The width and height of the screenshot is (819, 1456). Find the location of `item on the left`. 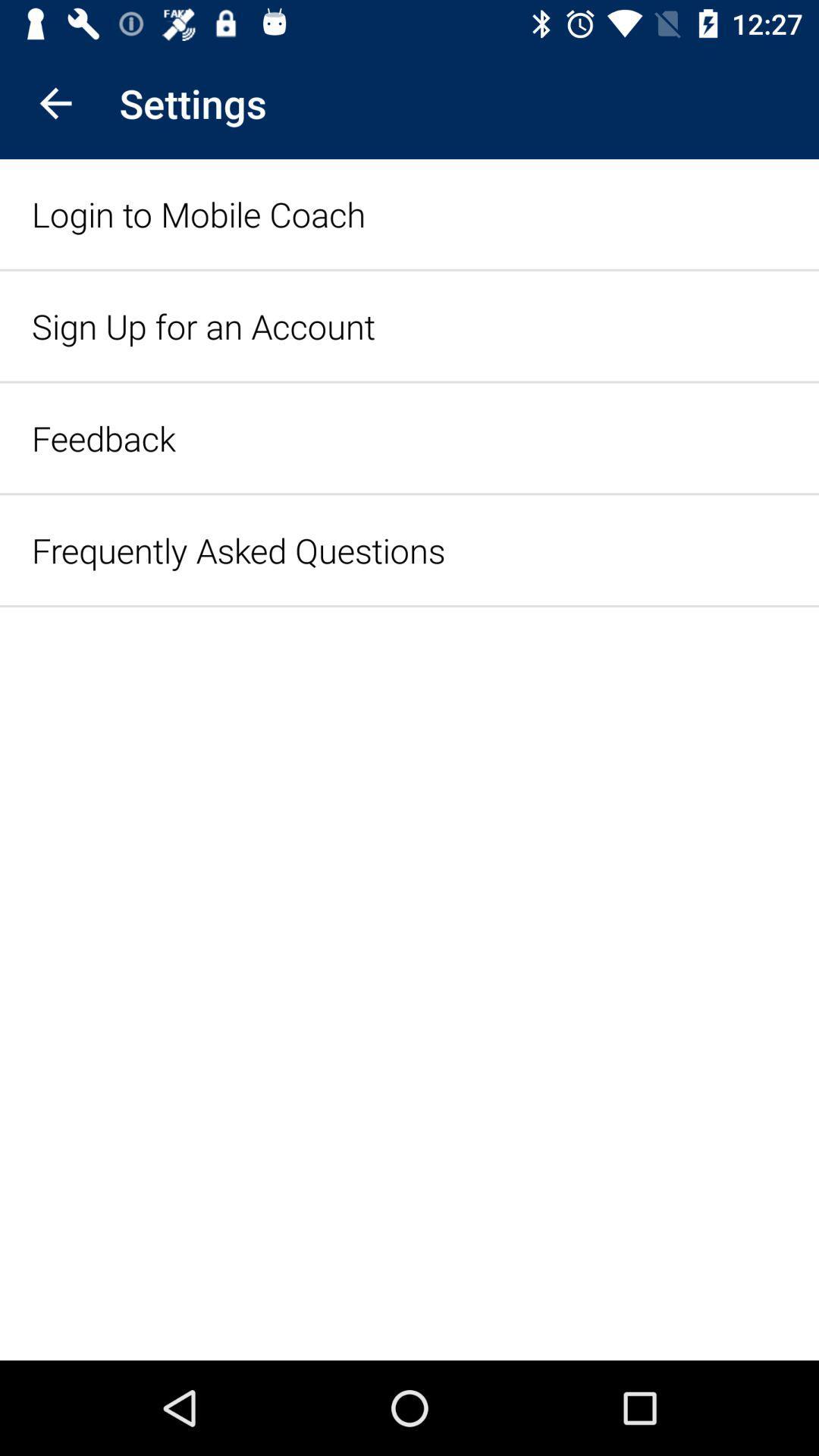

item on the left is located at coordinates (238, 549).